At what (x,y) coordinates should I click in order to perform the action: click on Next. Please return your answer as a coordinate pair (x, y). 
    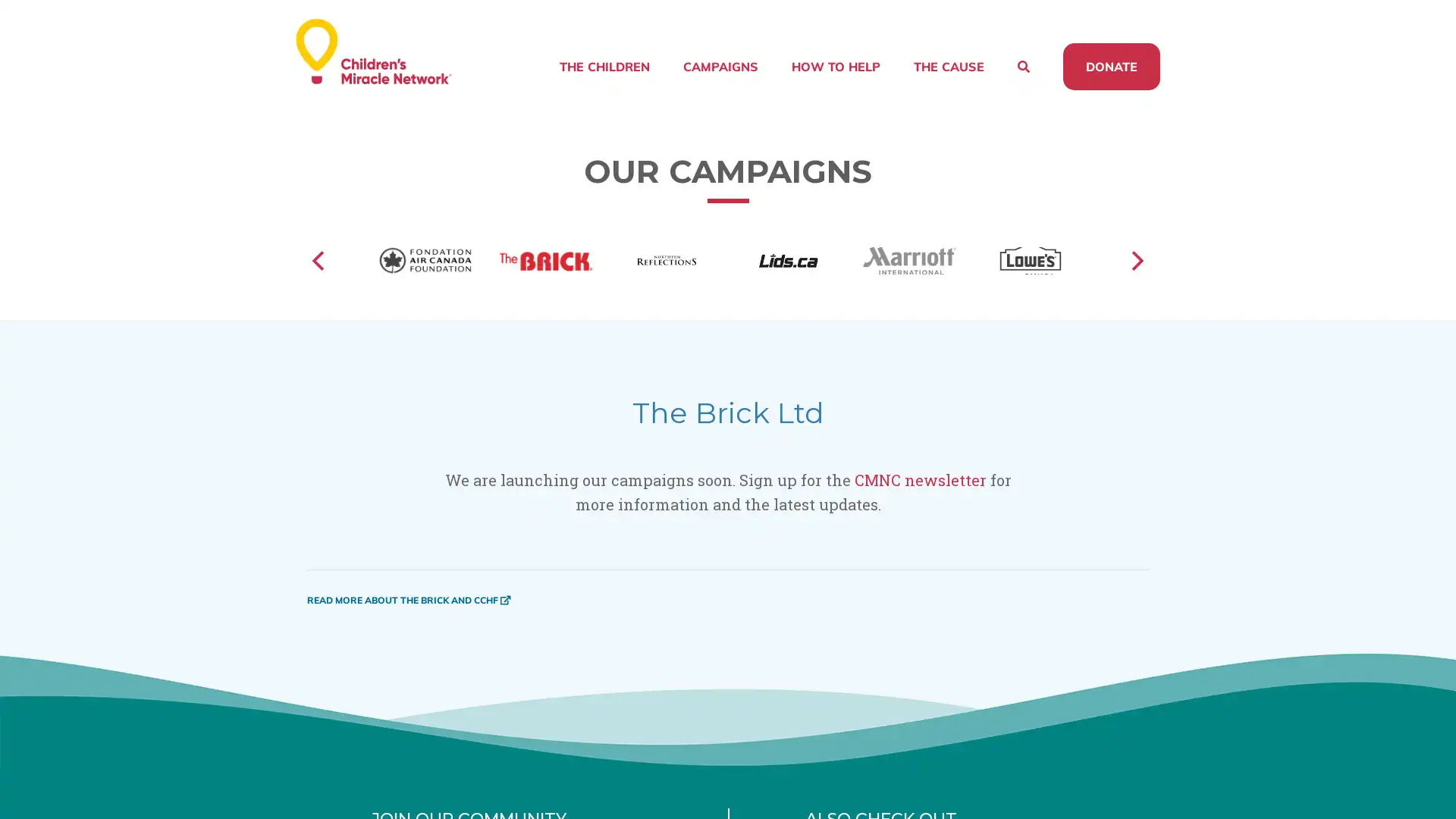
    Looking at the image, I should click on (1135, 280).